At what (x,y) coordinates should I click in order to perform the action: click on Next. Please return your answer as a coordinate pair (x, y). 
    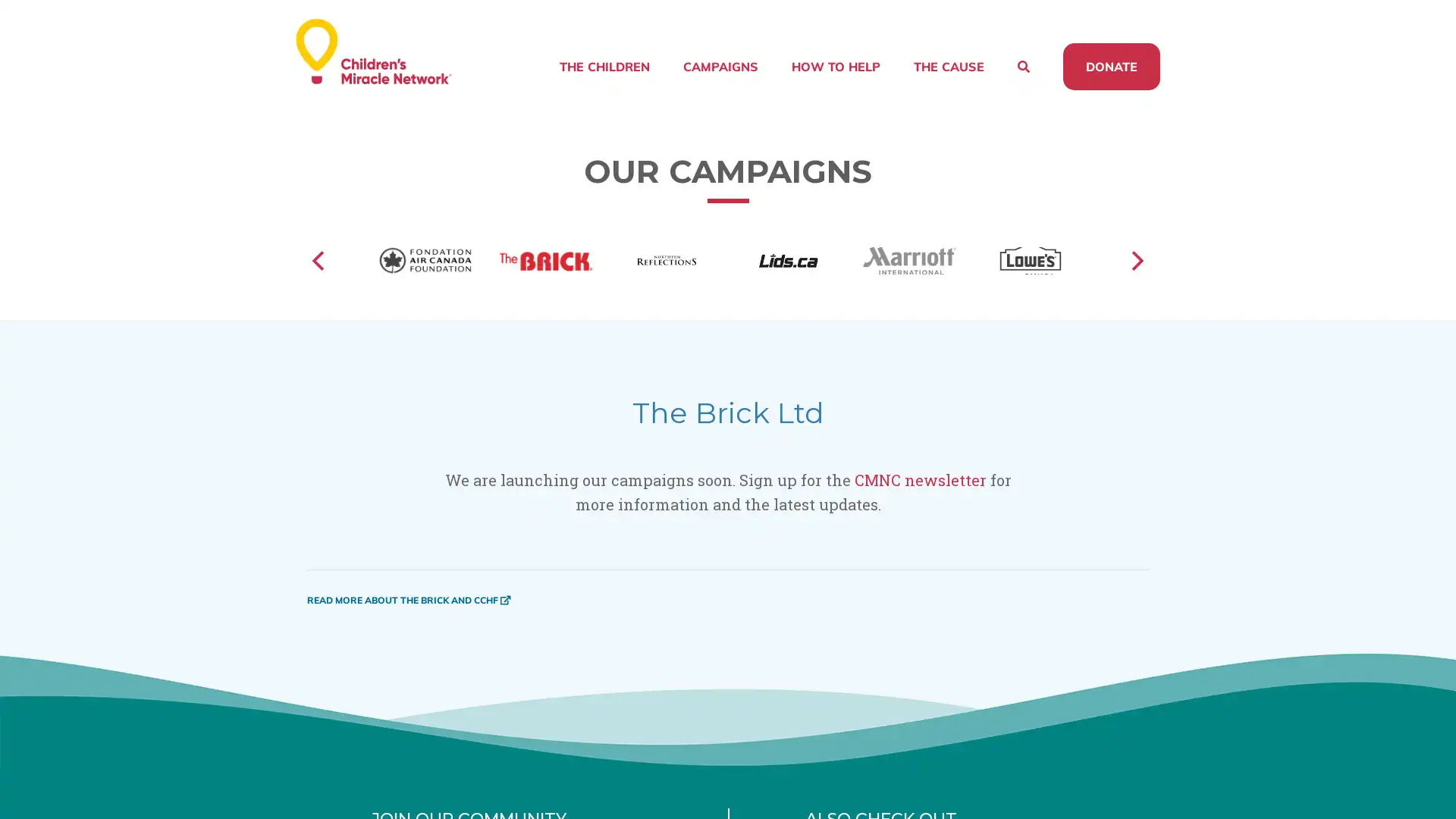
    Looking at the image, I should click on (1135, 280).